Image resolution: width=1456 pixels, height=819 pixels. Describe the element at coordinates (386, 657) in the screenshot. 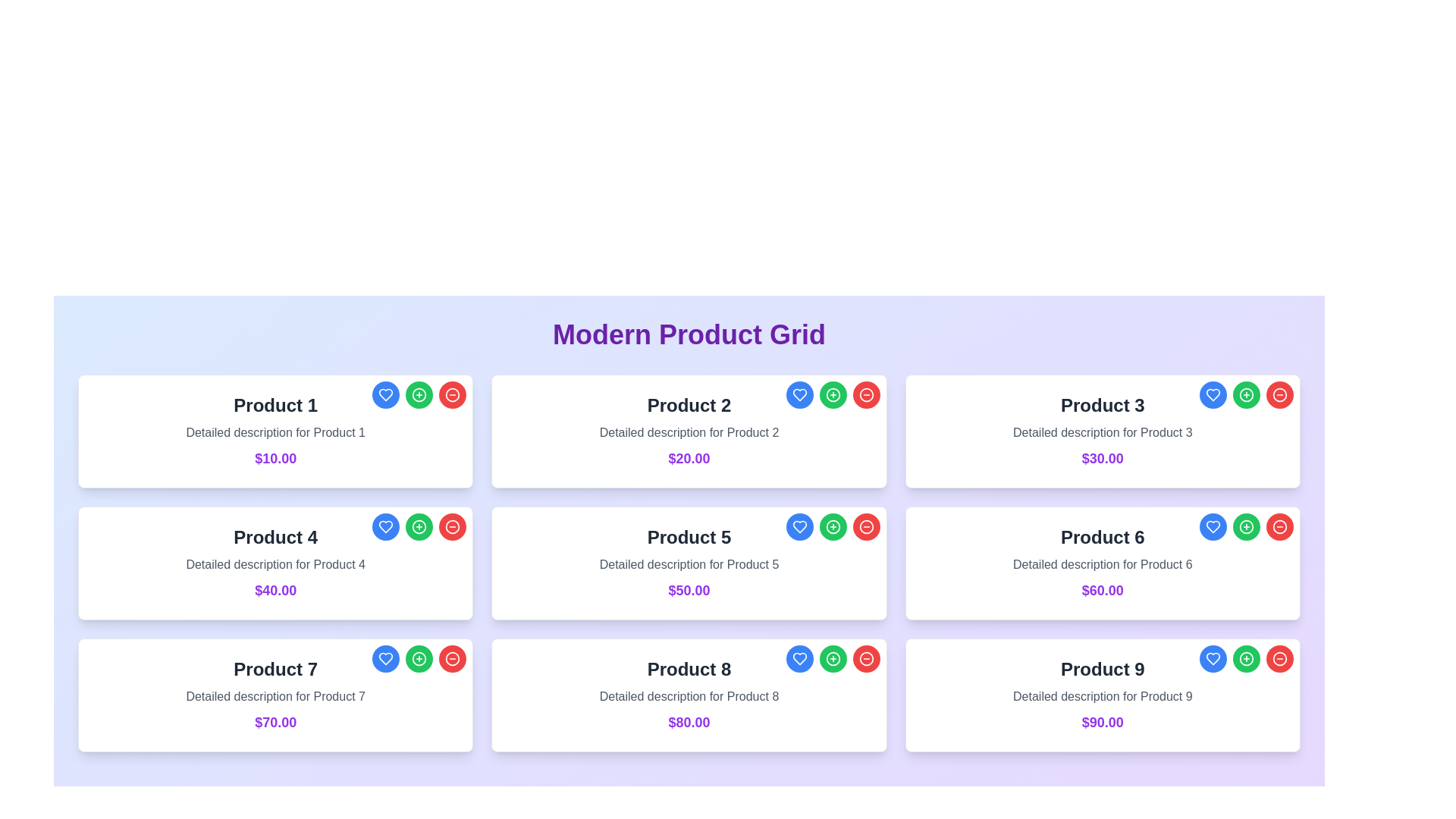

I see `the circular blue button with a white heart icon located at the top-right corner of the 'Product 7' card` at that location.